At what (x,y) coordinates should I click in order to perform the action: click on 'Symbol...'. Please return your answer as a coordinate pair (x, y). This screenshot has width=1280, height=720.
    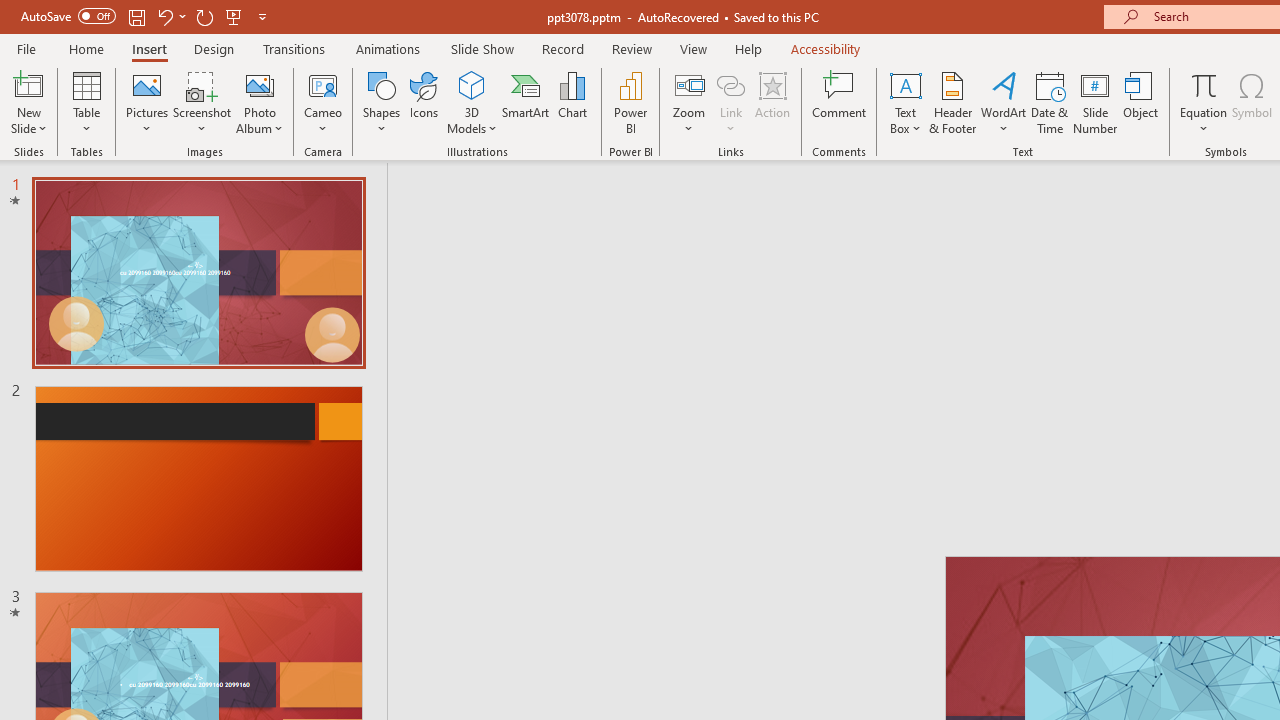
    Looking at the image, I should click on (1251, 103).